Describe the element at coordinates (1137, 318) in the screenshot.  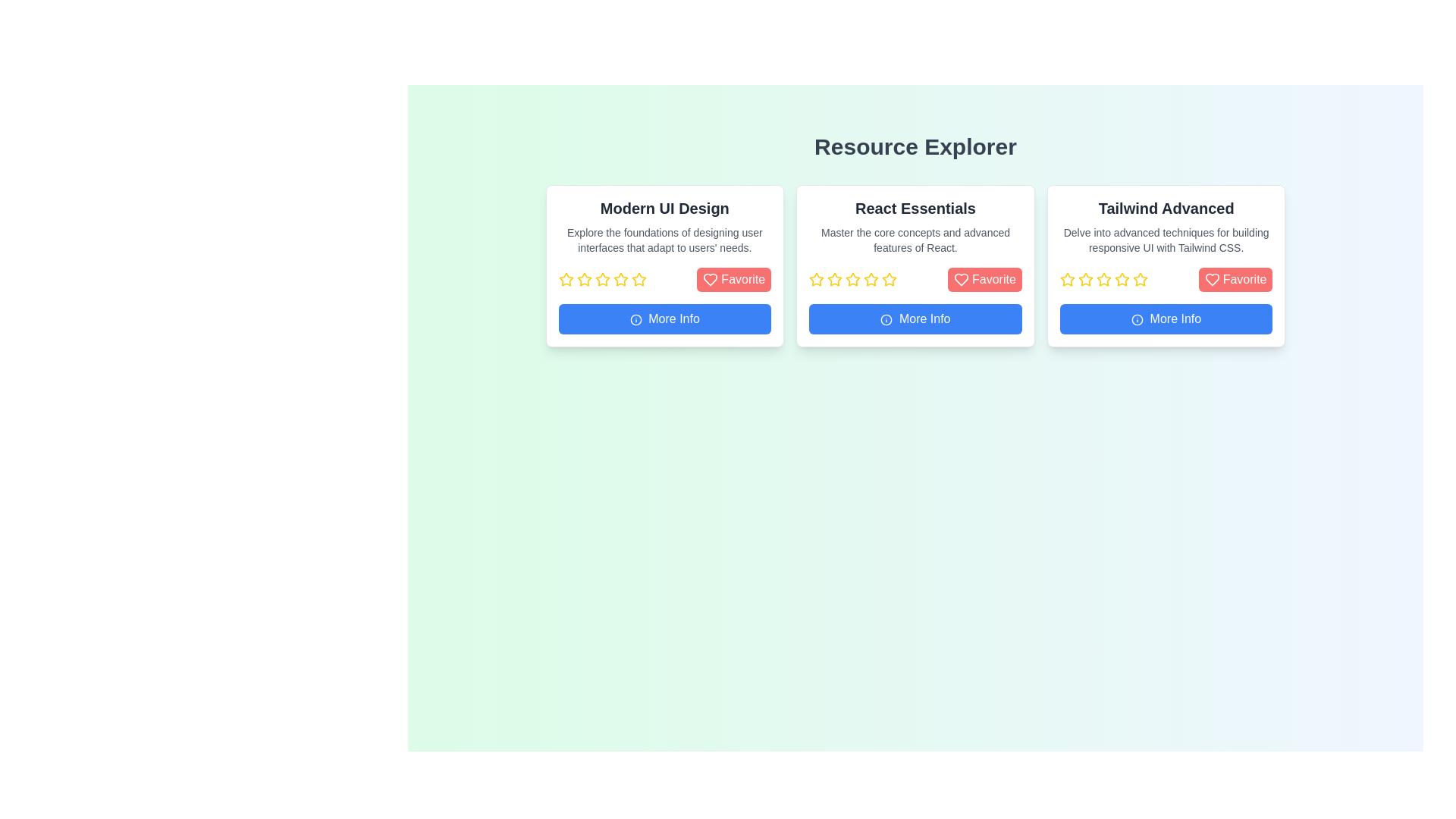
I see `the small circular icon with a blue outline and a white interior containing an 'i' symbol, located on the rightmost card within the 'More Info' button` at that location.